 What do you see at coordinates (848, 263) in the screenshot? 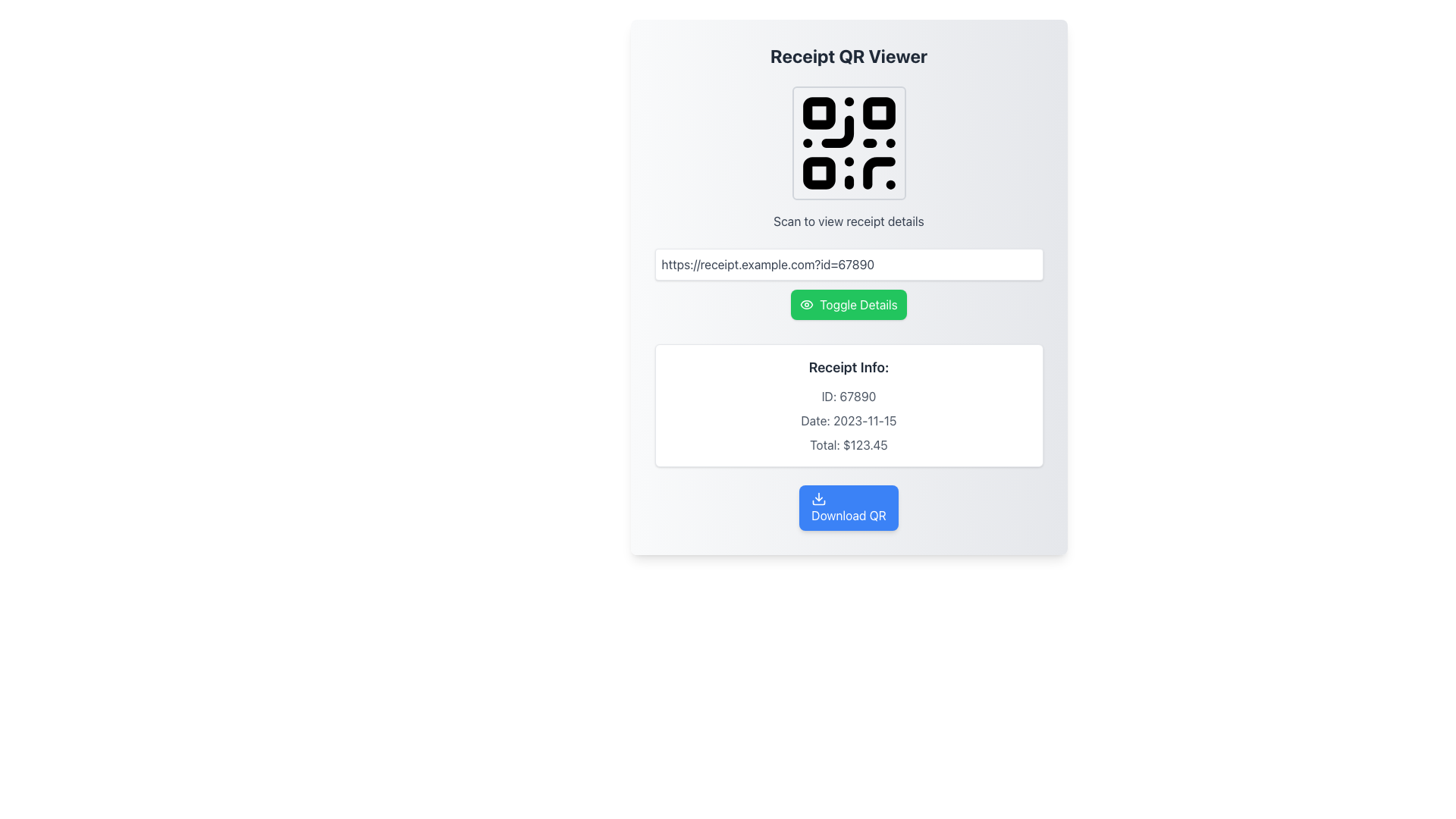
I see `the text input field that displays a link related to receipt details, located above the 'Toggle Details' green button` at bounding box center [848, 263].